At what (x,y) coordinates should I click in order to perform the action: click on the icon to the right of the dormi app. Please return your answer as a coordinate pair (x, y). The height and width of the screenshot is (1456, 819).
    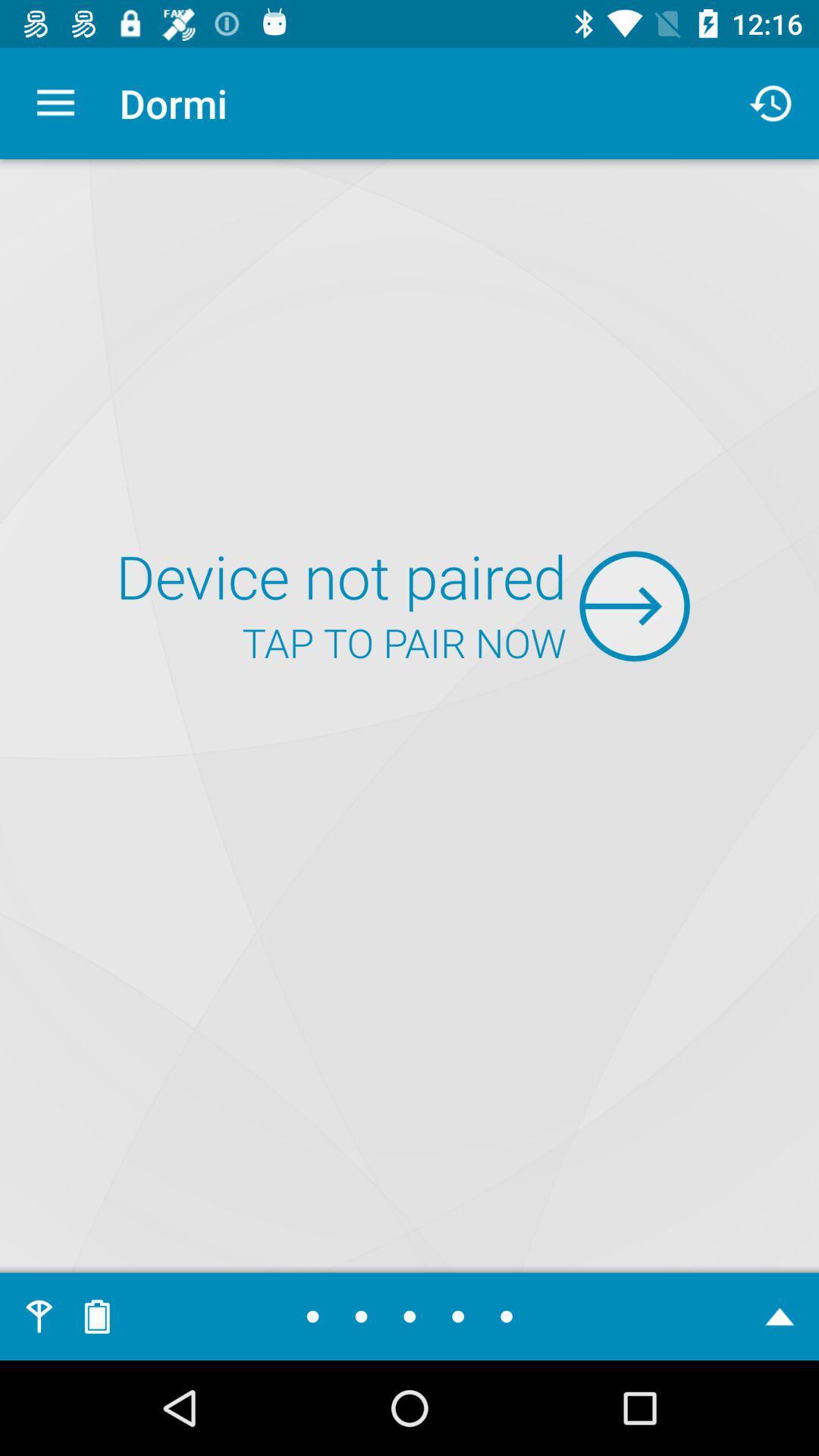
    Looking at the image, I should click on (771, 102).